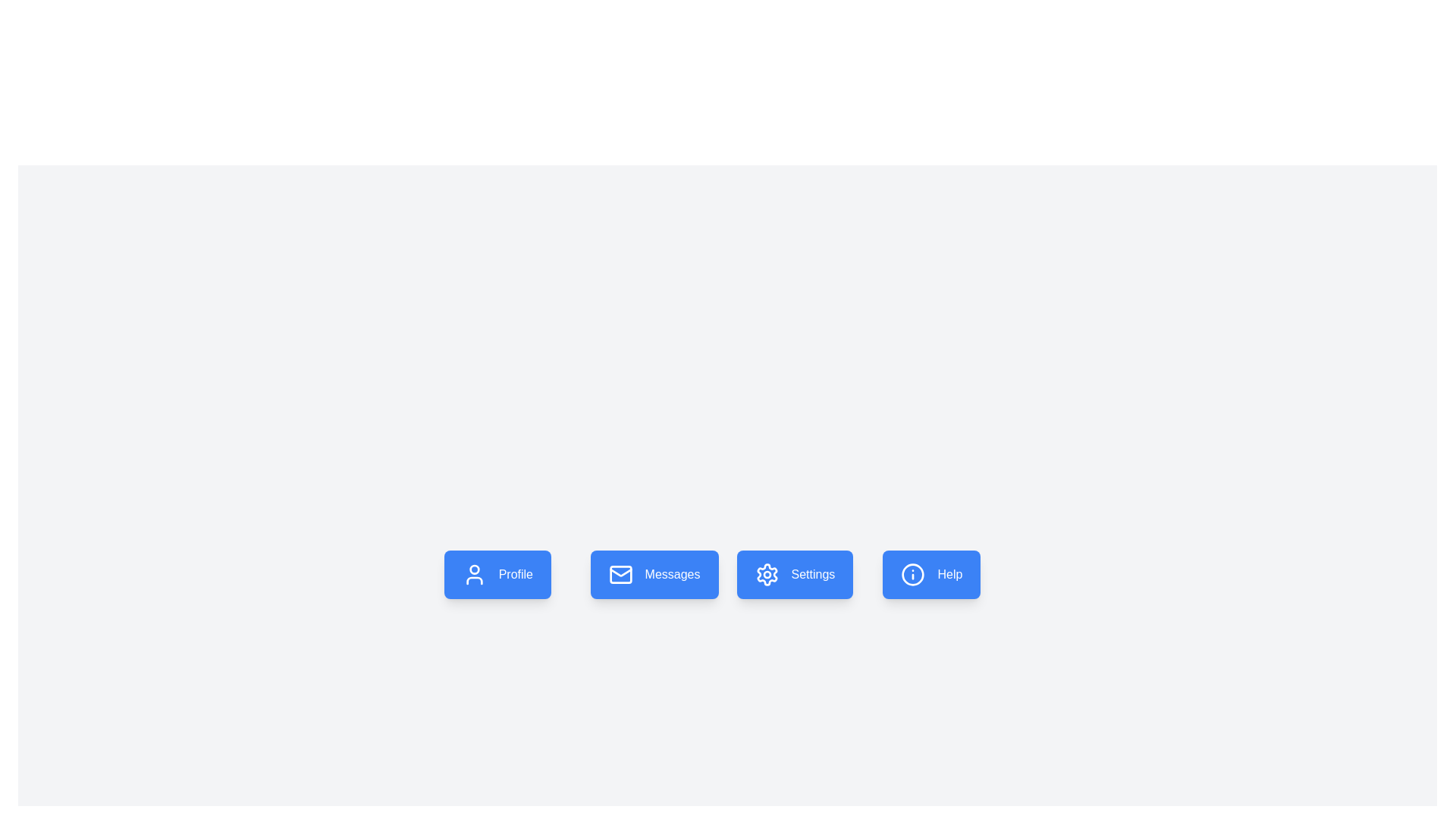 This screenshot has height=819, width=1456. Describe the element at coordinates (654, 575) in the screenshot. I see `the 'Messages' navigation button, which is the second button in a row of four buttons, positioned centrally between the 'Profile' and 'Settings' buttons` at that location.